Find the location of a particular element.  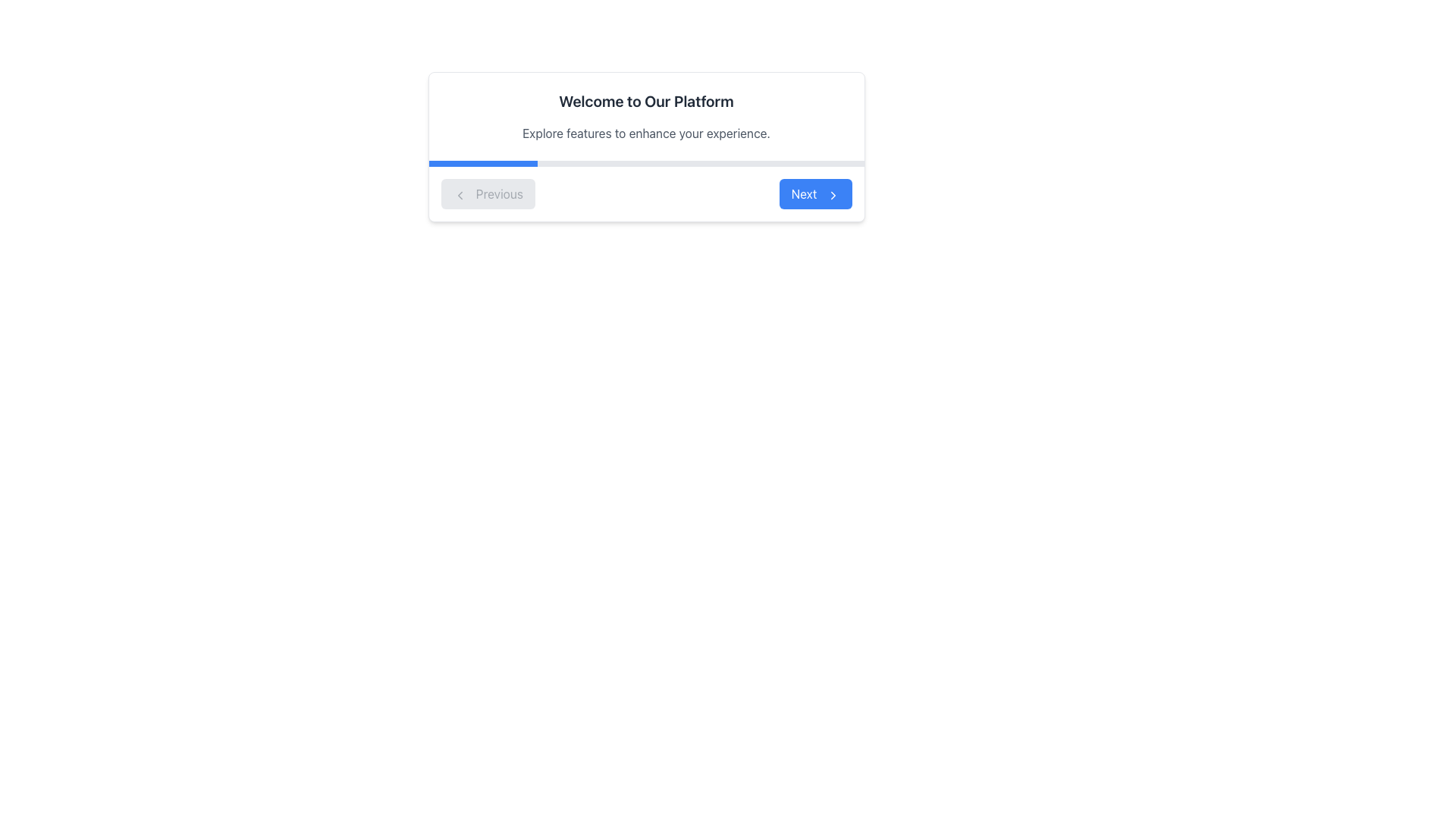

the Text Label that provides a descriptive or motivational message below the heading 'Welcome to Our Platform.' is located at coordinates (646, 133).